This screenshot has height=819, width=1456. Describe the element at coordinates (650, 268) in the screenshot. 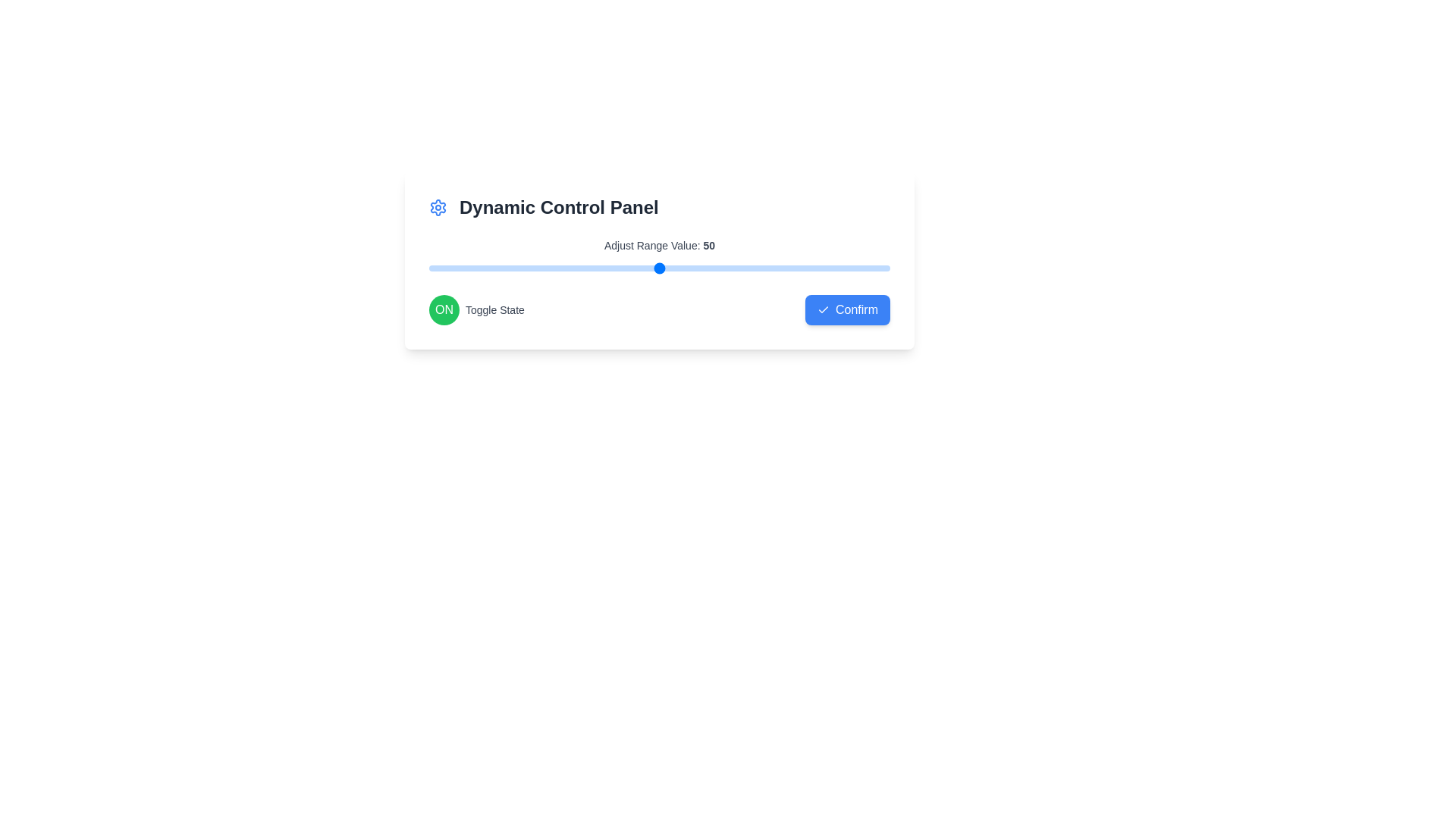

I see `the range value` at that location.